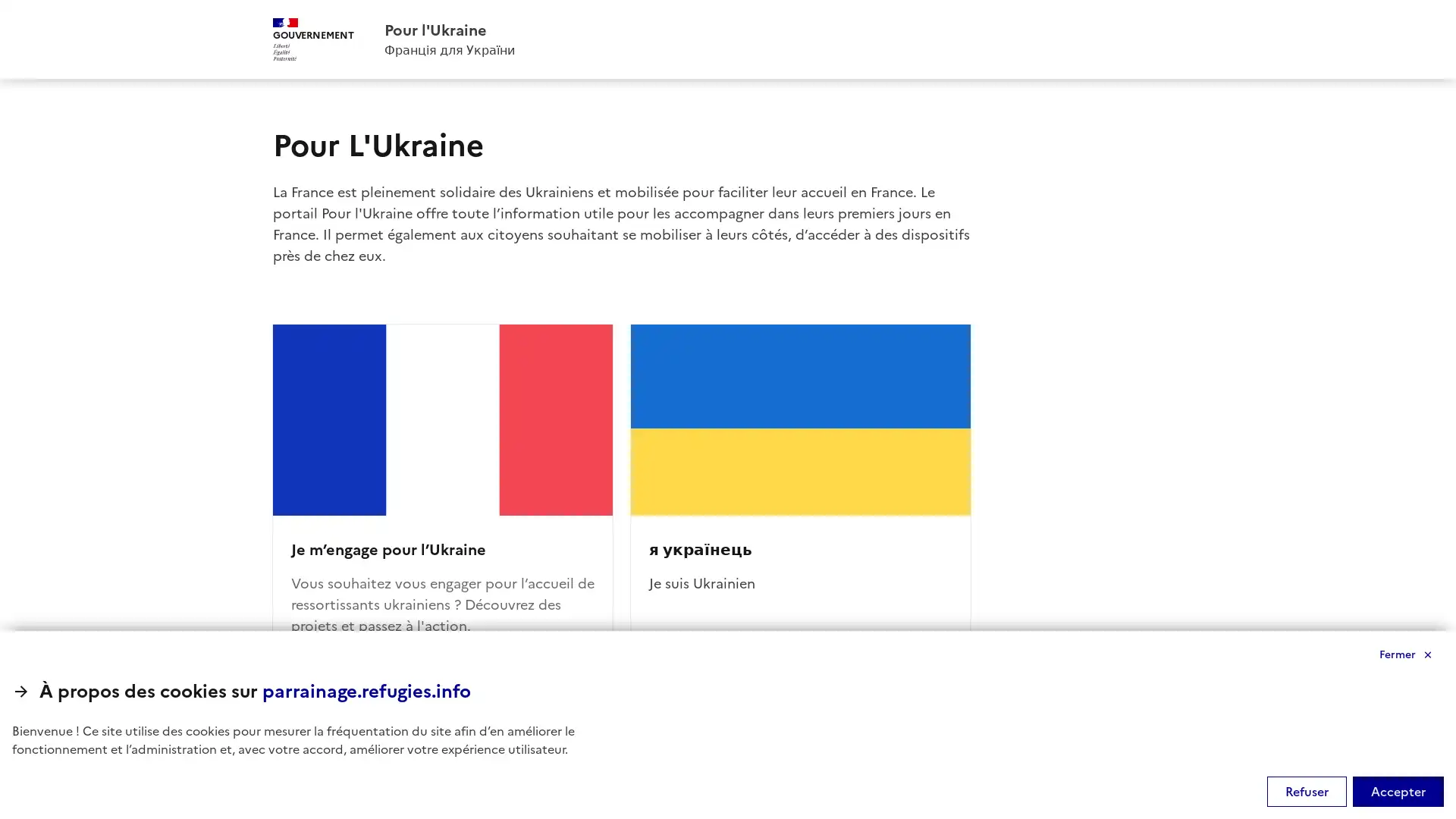 This screenshot has height=819, width=1456. Describe the element at coordinates (1306, 791) in the screenshot. I see `Refuser` at that location.